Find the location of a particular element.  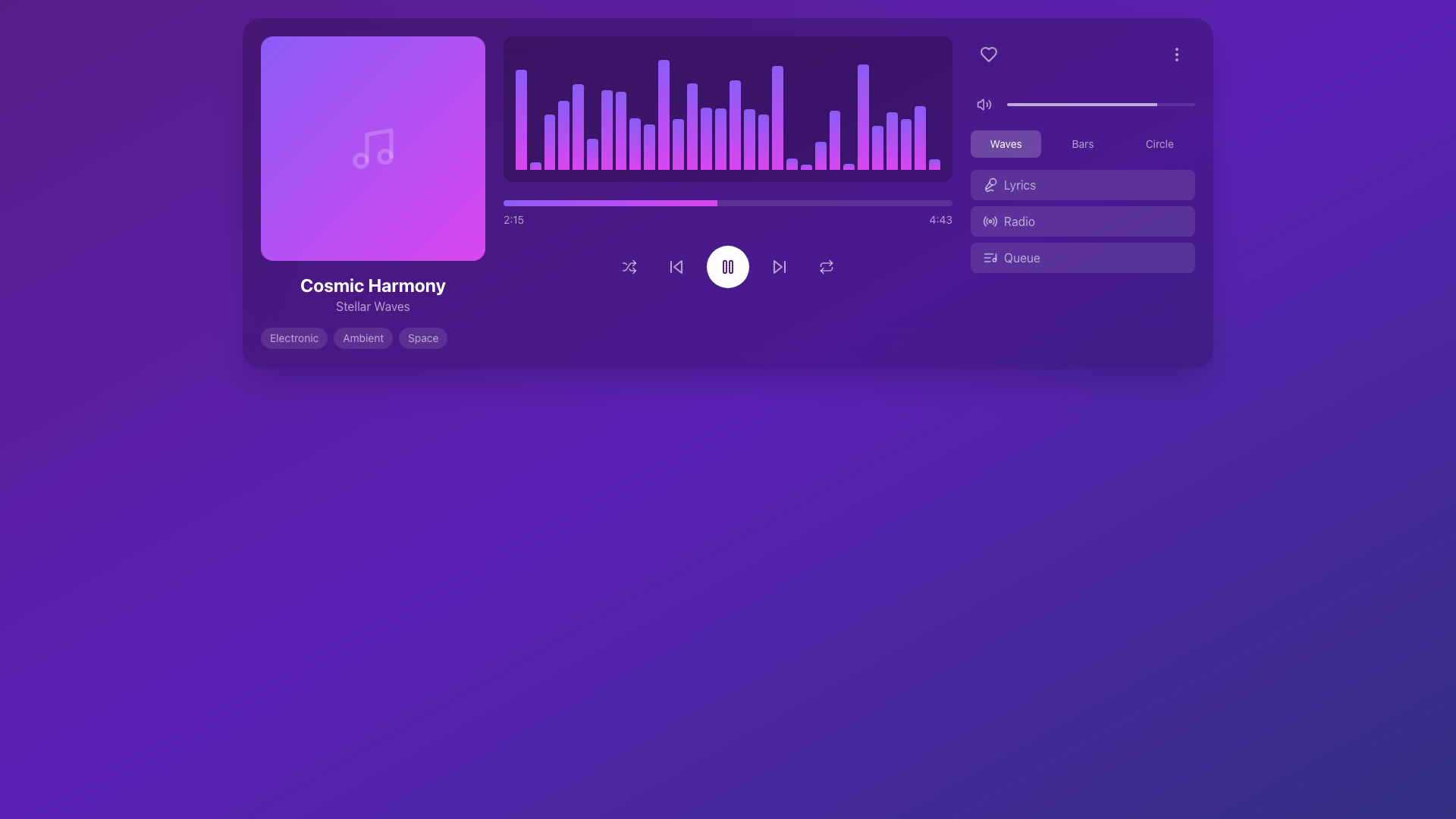

the Radio icon located in the middle button of the vertically aligned buttons labeled 'Lyrics', 'Radio', and 'Queue' is located at coordinates (990, 221).